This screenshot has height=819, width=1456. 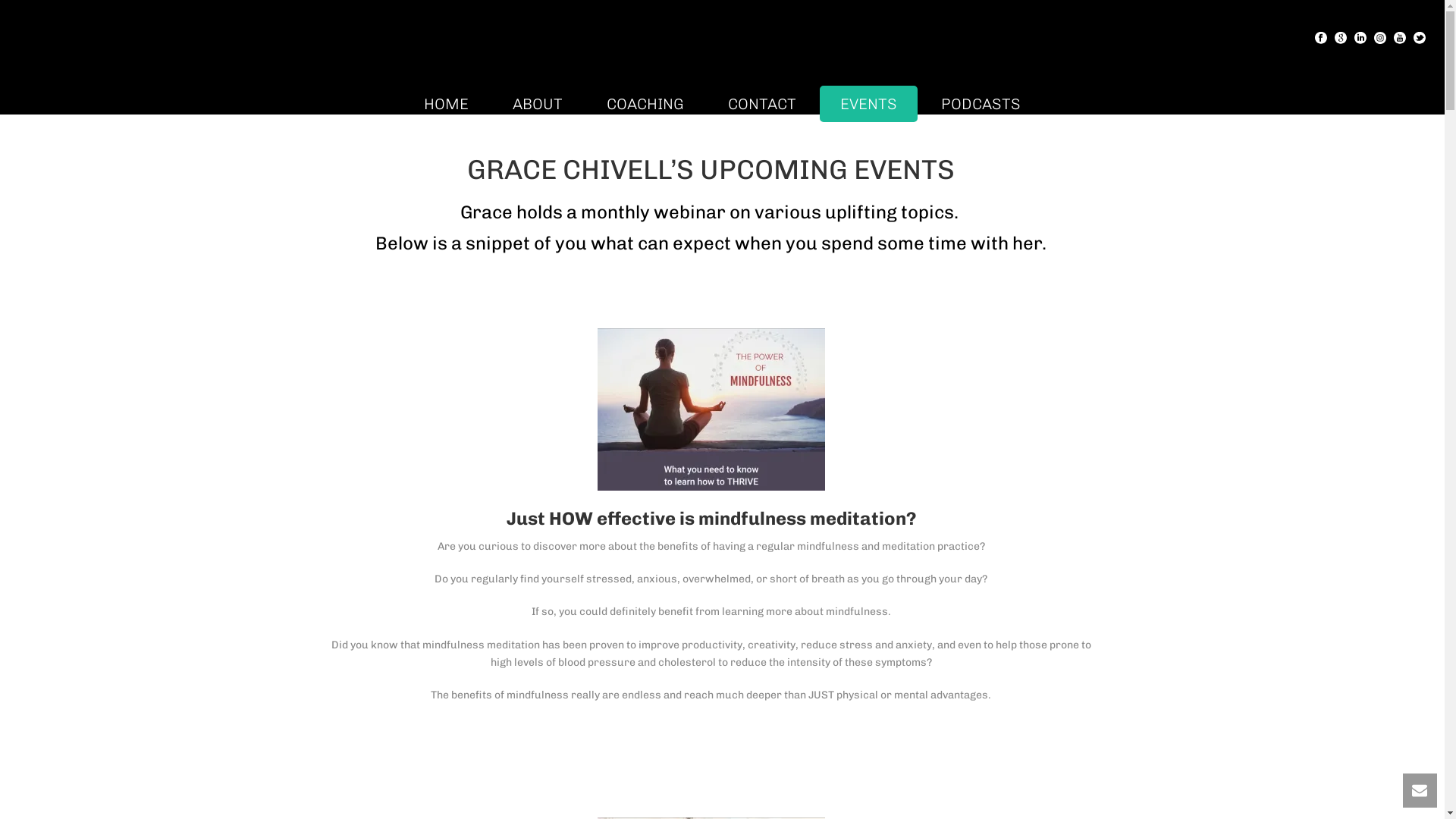 What do you see at coordinates (981, 103) in the screenshot?
I see `'PODCASTS'` at bounding box center [981, 103].